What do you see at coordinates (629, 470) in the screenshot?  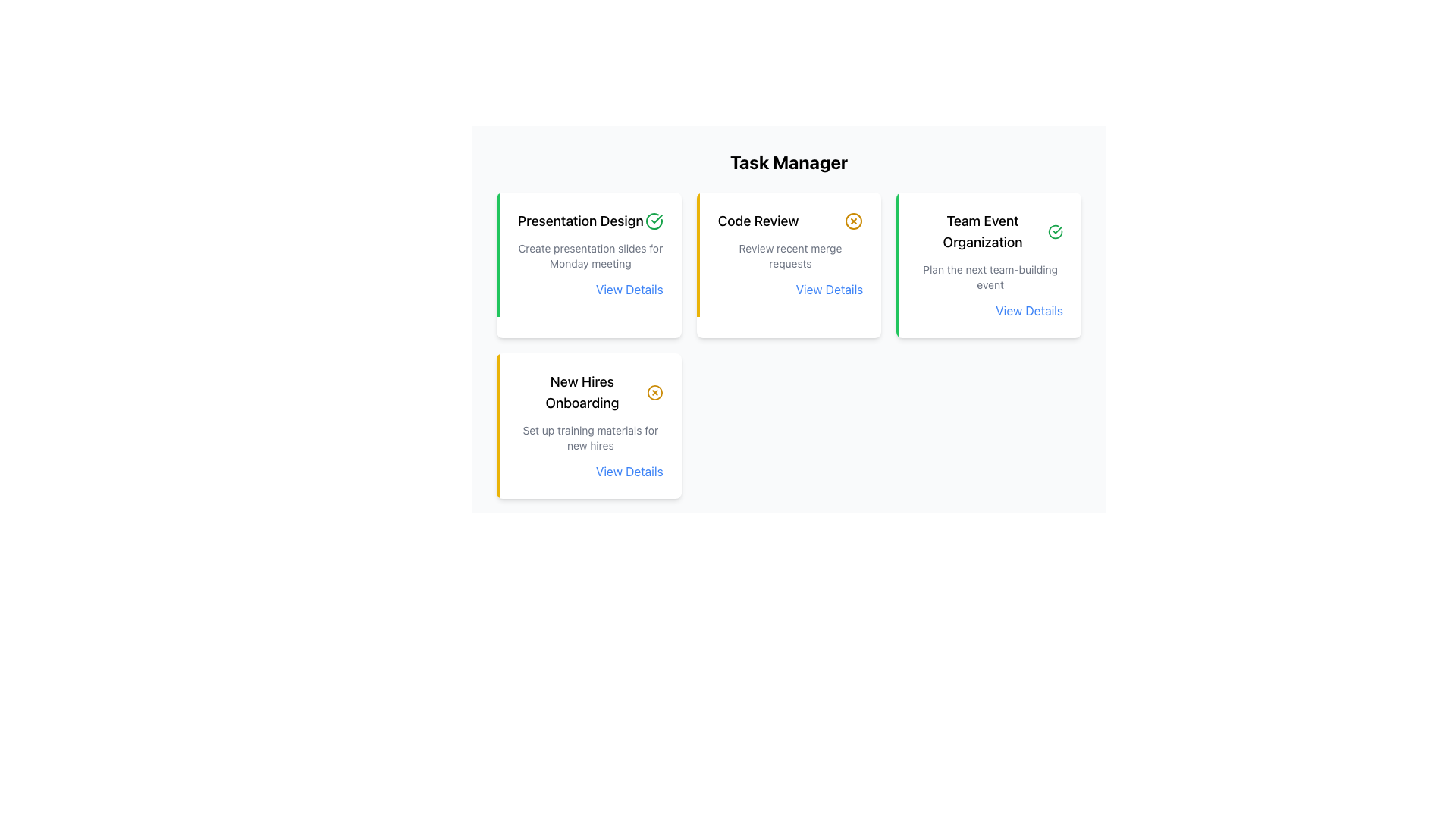 I see `the 'View Details' hyperlink located in the footer of the 'New Hires Onboarding' card` at bounding box center [629, 470].